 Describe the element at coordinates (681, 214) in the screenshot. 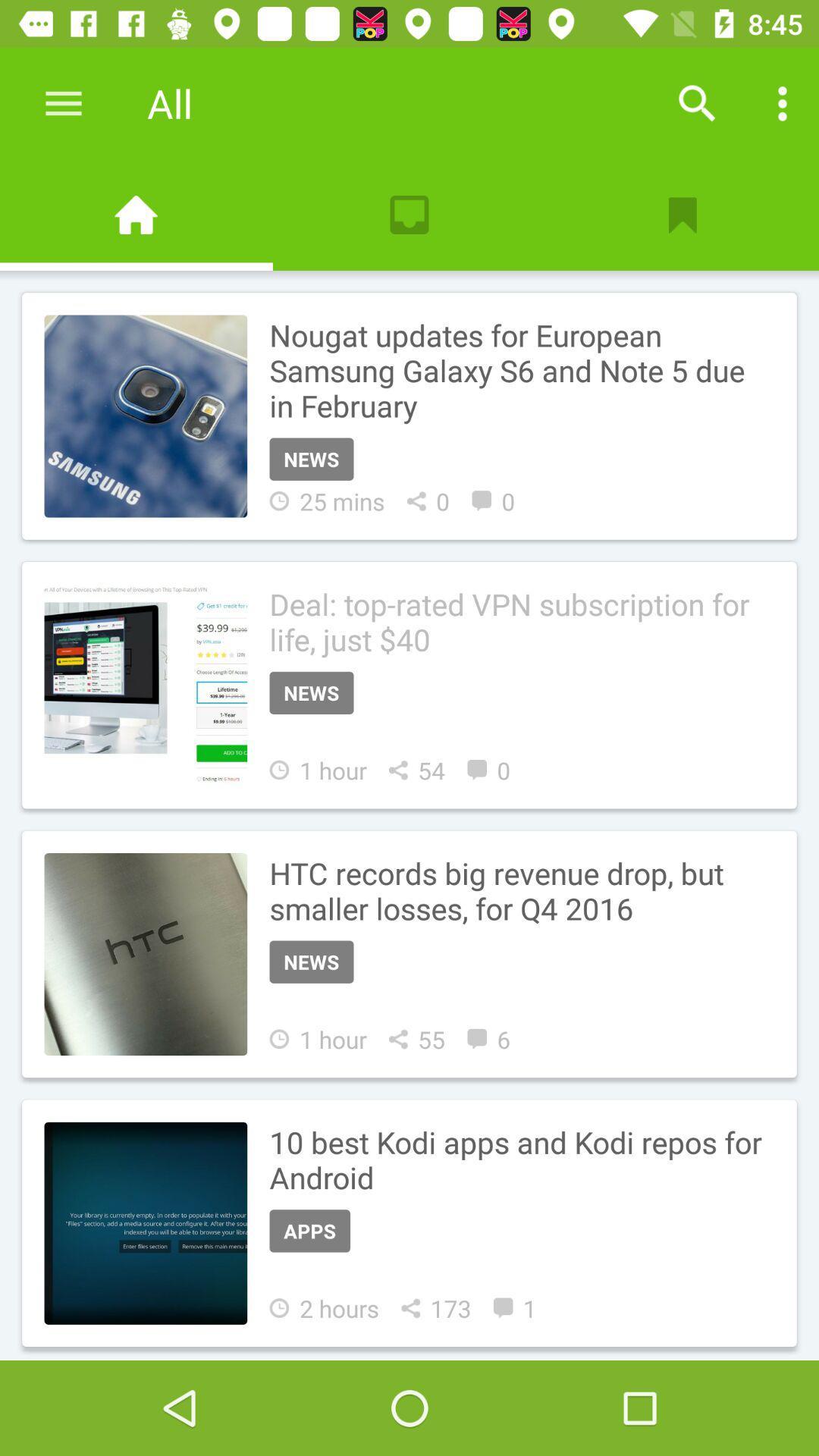

I see `favorites` at that location.